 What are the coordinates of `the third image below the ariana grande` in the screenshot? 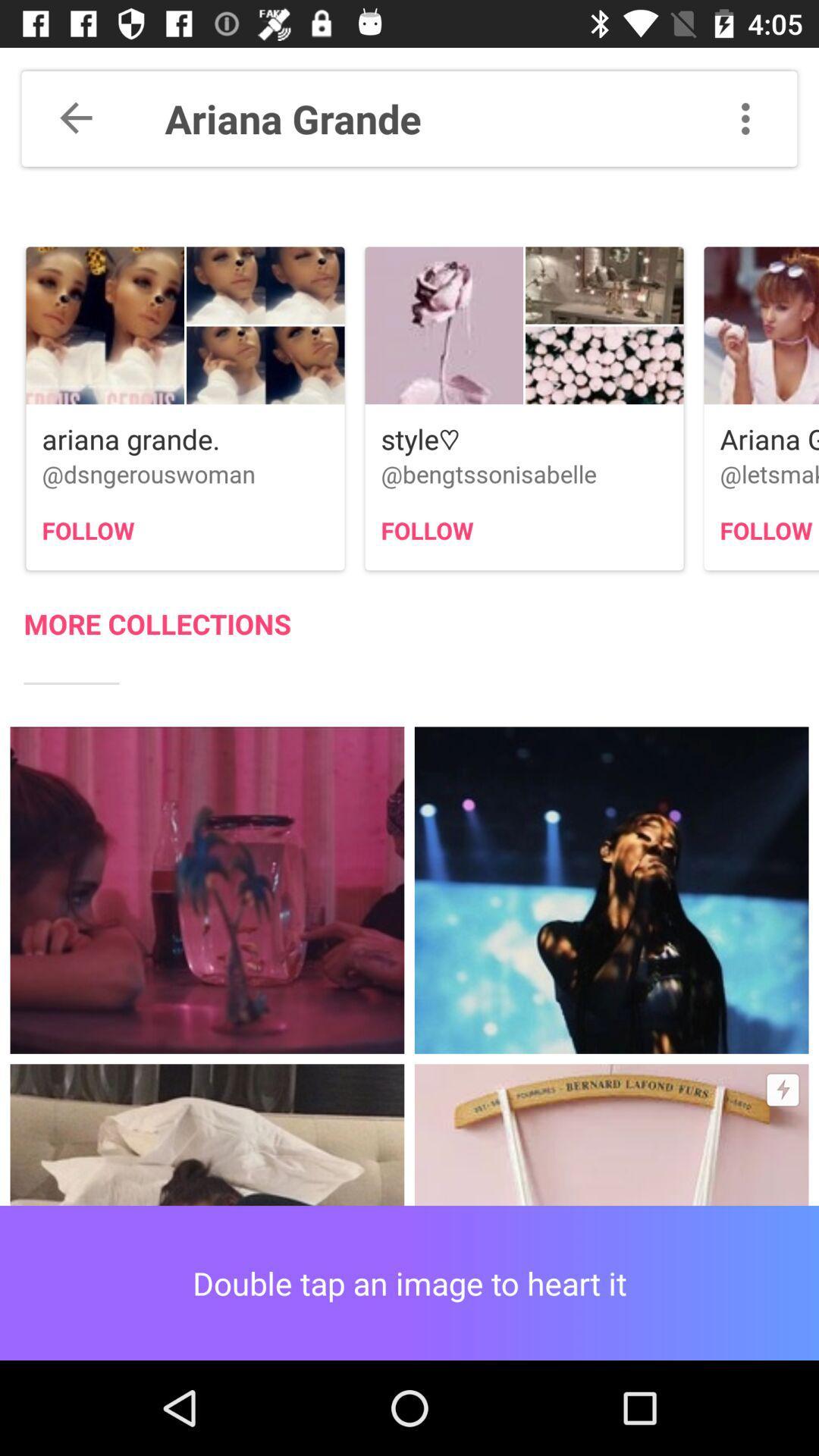 It's located at (761, 408).